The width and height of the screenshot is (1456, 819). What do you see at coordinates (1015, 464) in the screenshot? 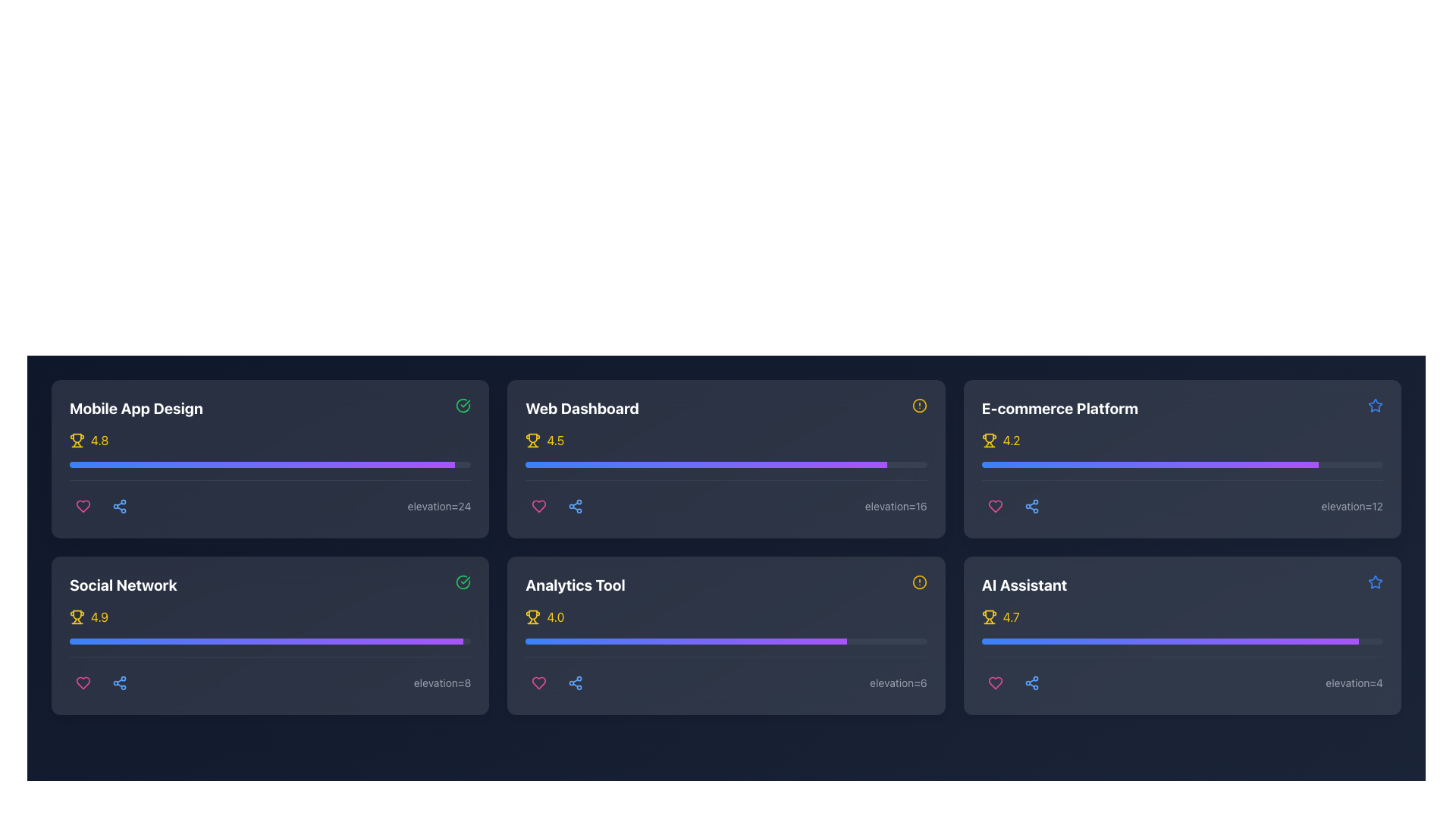
I see `the progress bar value` at bounding box center [1015, 464].